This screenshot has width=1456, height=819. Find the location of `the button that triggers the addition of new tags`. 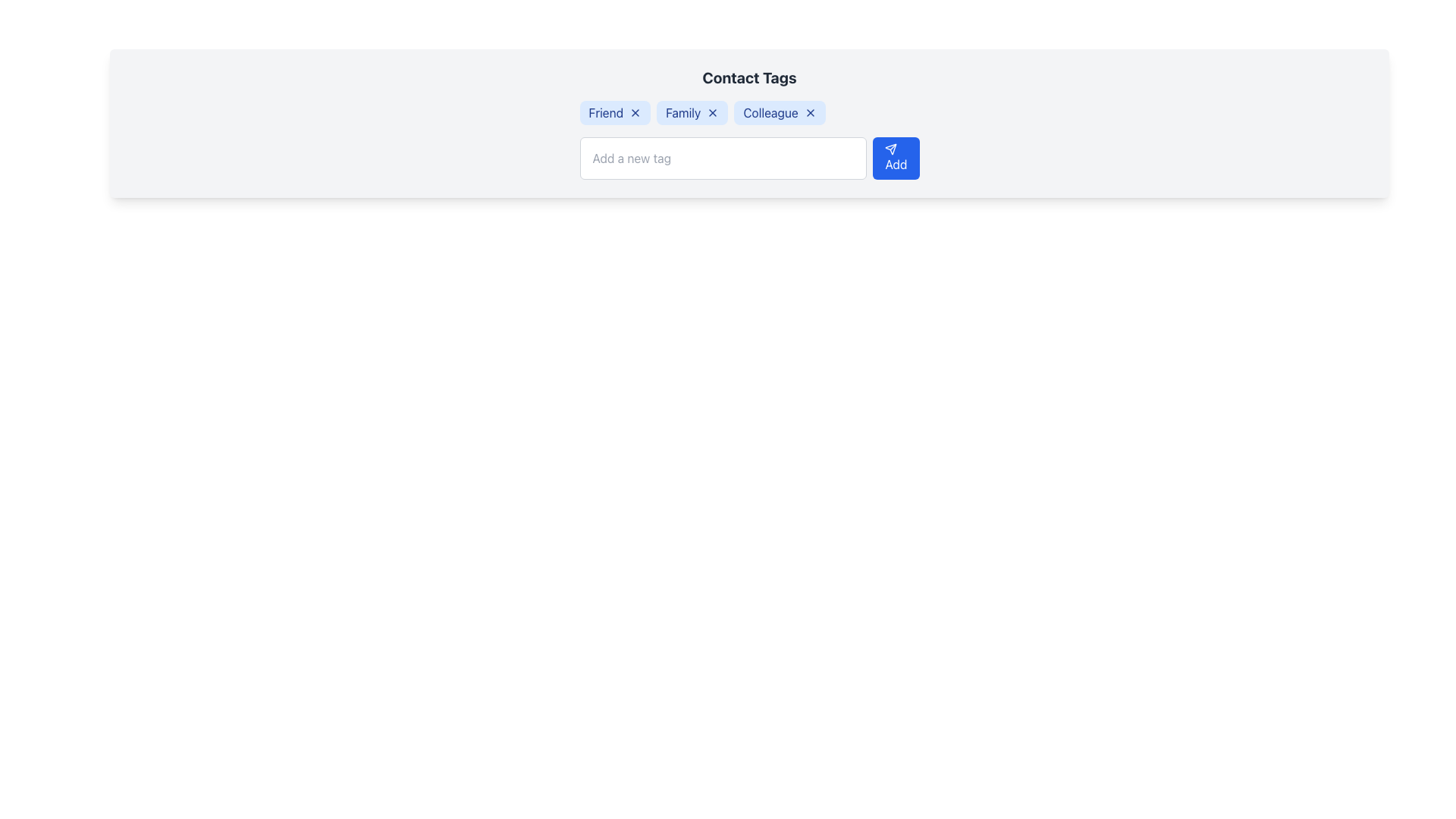

the button that triggers the addition of new tags is located at coordinates (896, 158).